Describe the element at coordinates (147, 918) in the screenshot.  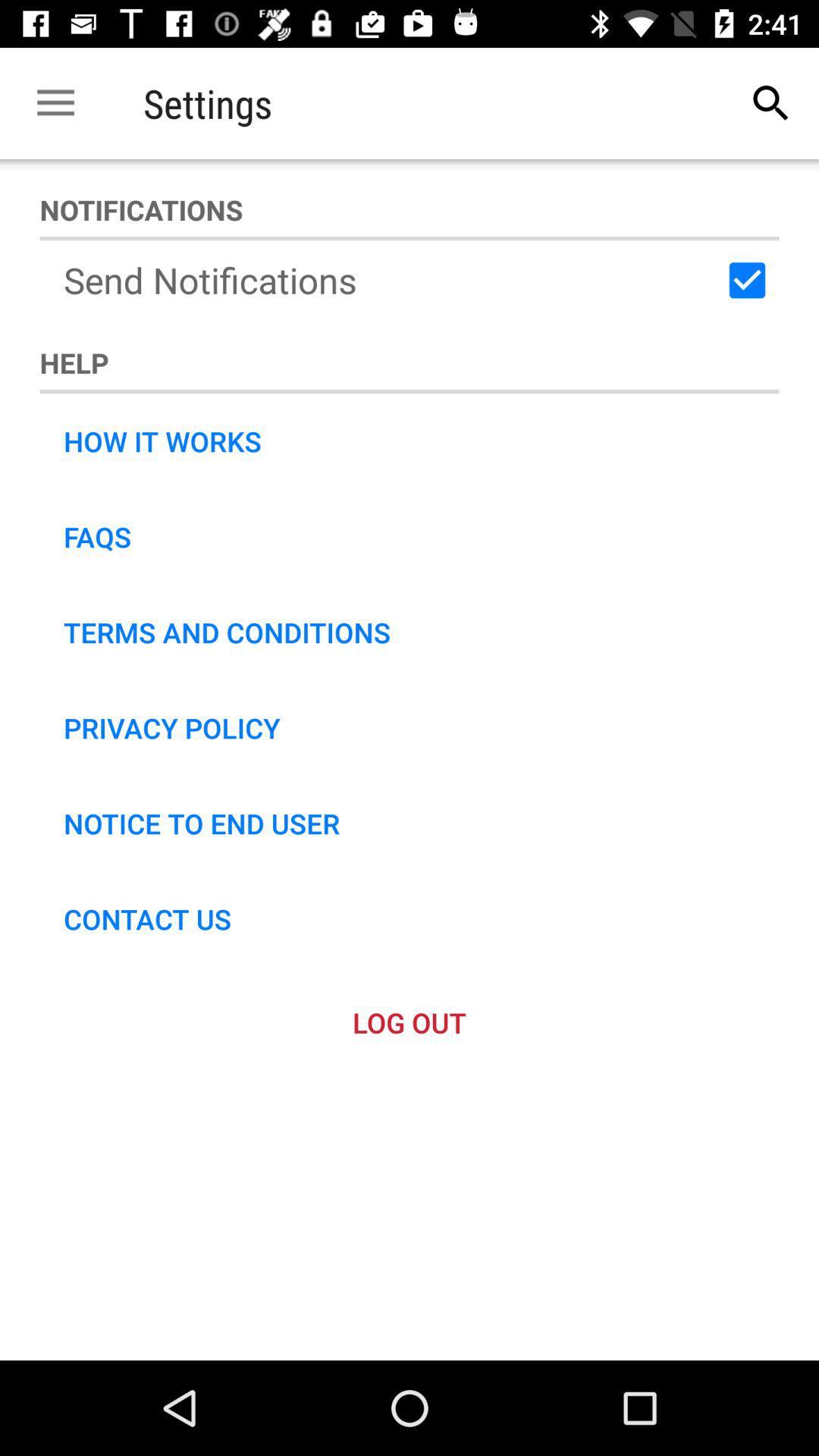
I see `contact us` at that location.